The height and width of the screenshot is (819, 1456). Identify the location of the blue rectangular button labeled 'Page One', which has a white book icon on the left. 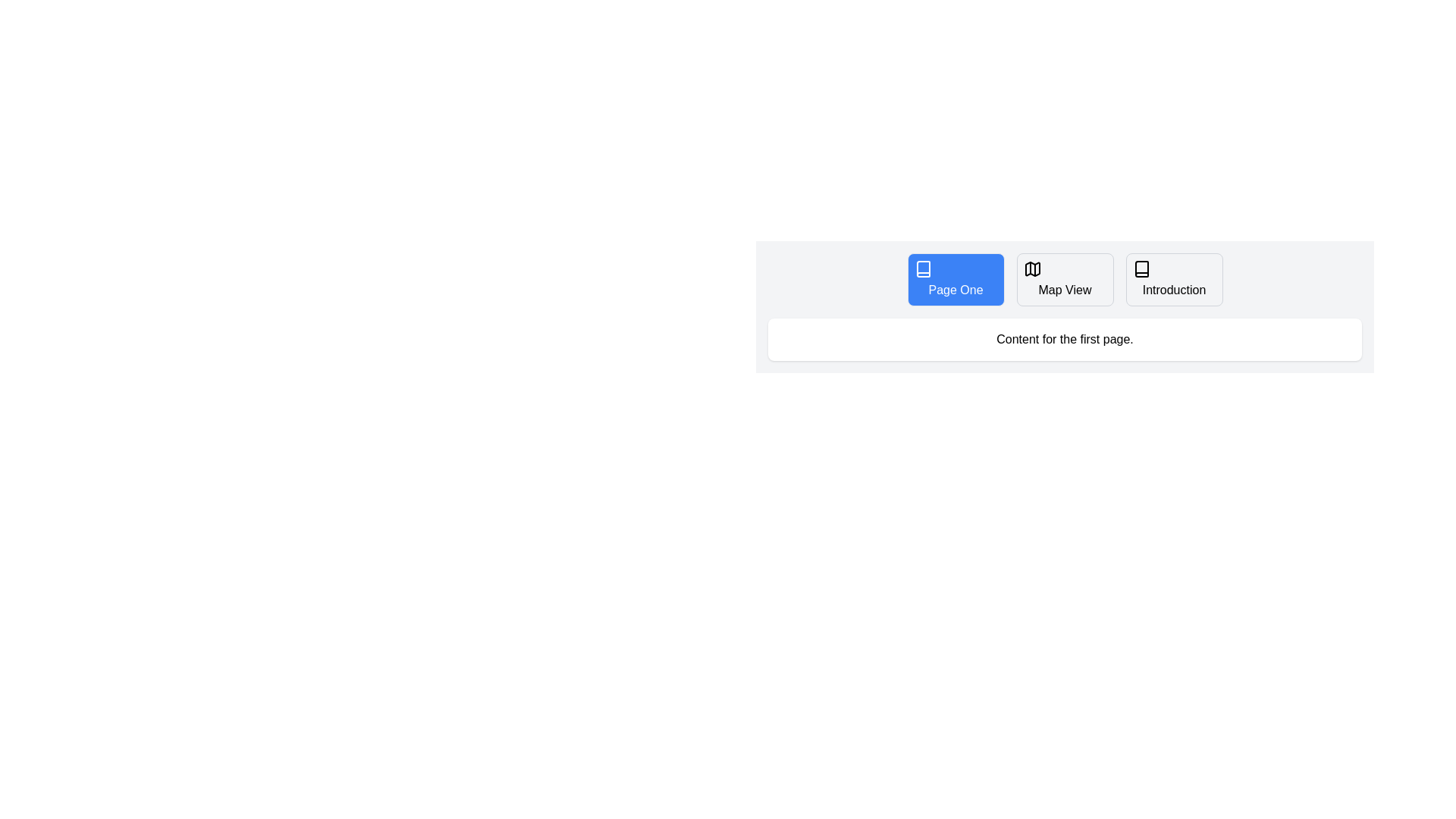
(955, 280).